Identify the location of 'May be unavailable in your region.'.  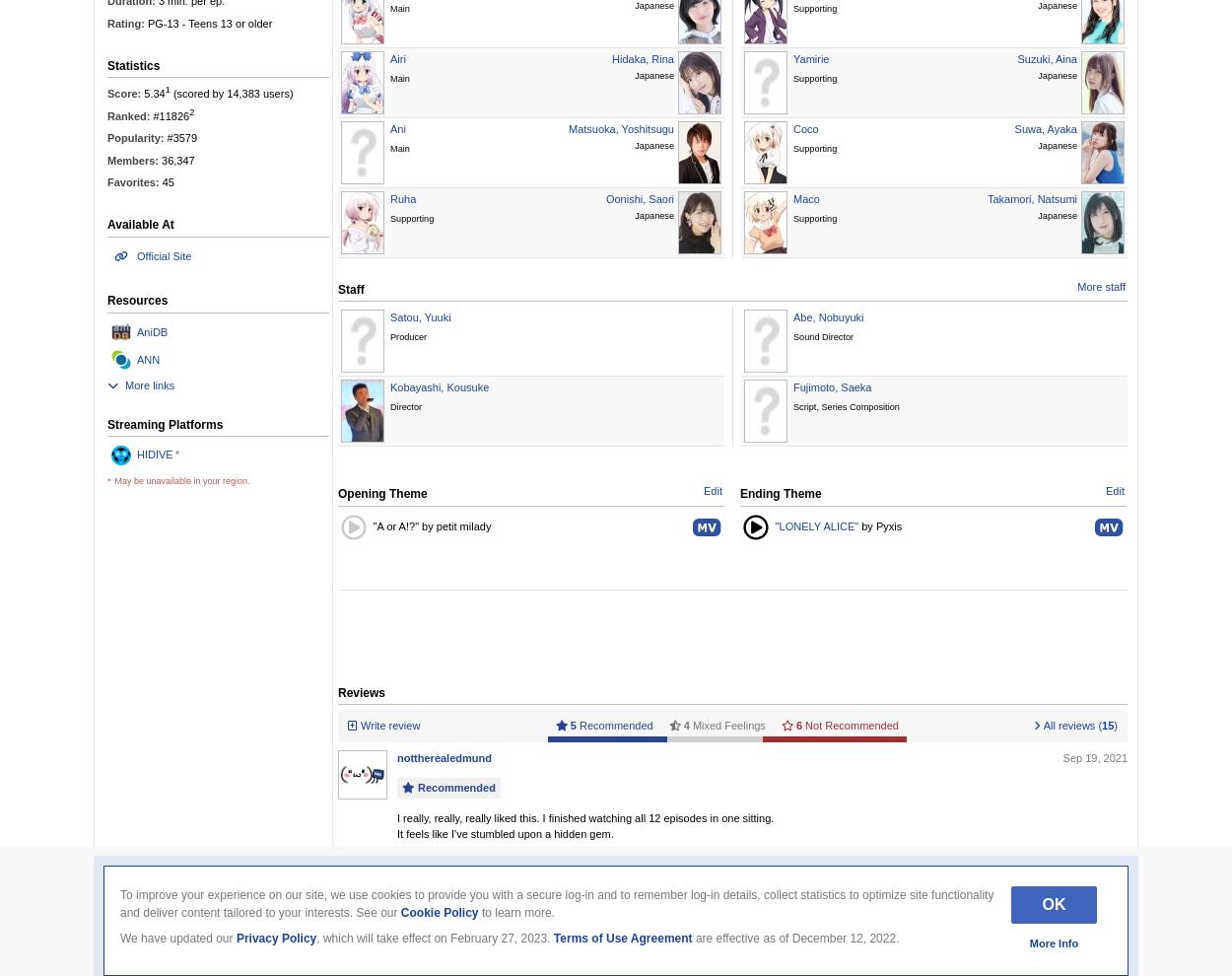
(181, 480).